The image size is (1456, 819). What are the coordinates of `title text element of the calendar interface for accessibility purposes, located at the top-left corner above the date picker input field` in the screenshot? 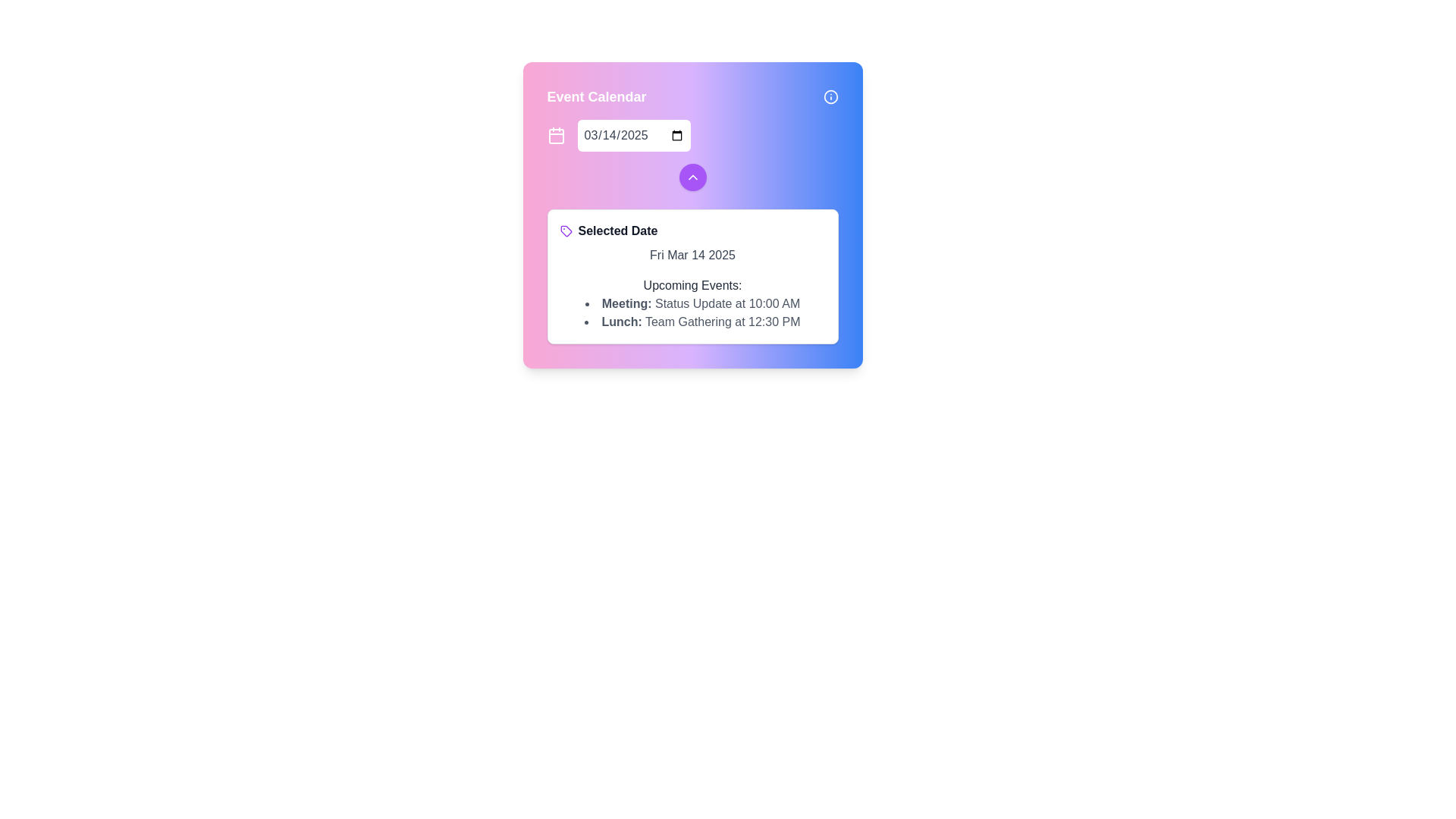 It's located at (596, 96).